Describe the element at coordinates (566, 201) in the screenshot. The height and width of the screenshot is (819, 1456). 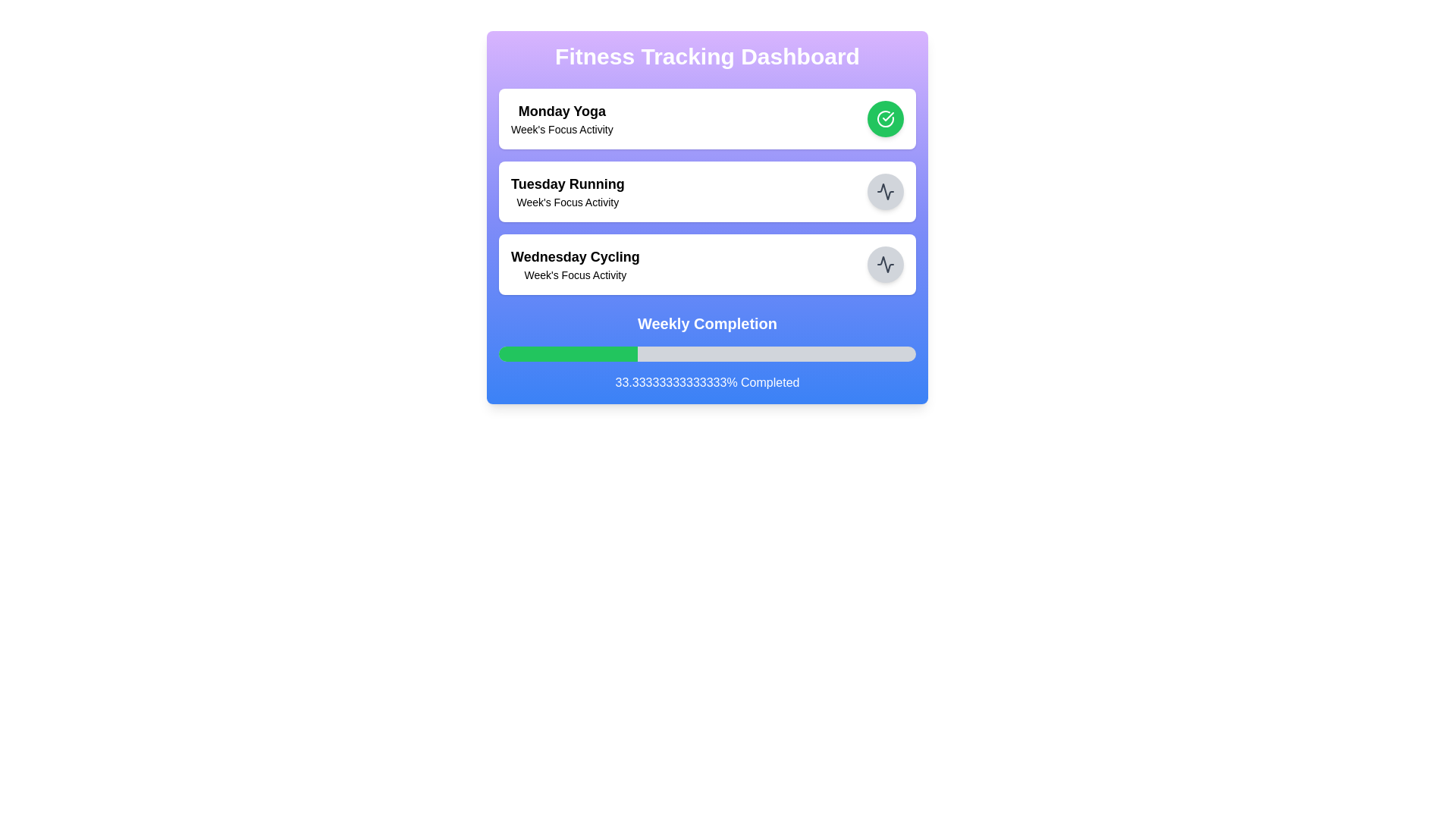
I see `the descriptive text label located under the 'Tuesday Running' title in the second card of the vertically stacked layout` at that location.